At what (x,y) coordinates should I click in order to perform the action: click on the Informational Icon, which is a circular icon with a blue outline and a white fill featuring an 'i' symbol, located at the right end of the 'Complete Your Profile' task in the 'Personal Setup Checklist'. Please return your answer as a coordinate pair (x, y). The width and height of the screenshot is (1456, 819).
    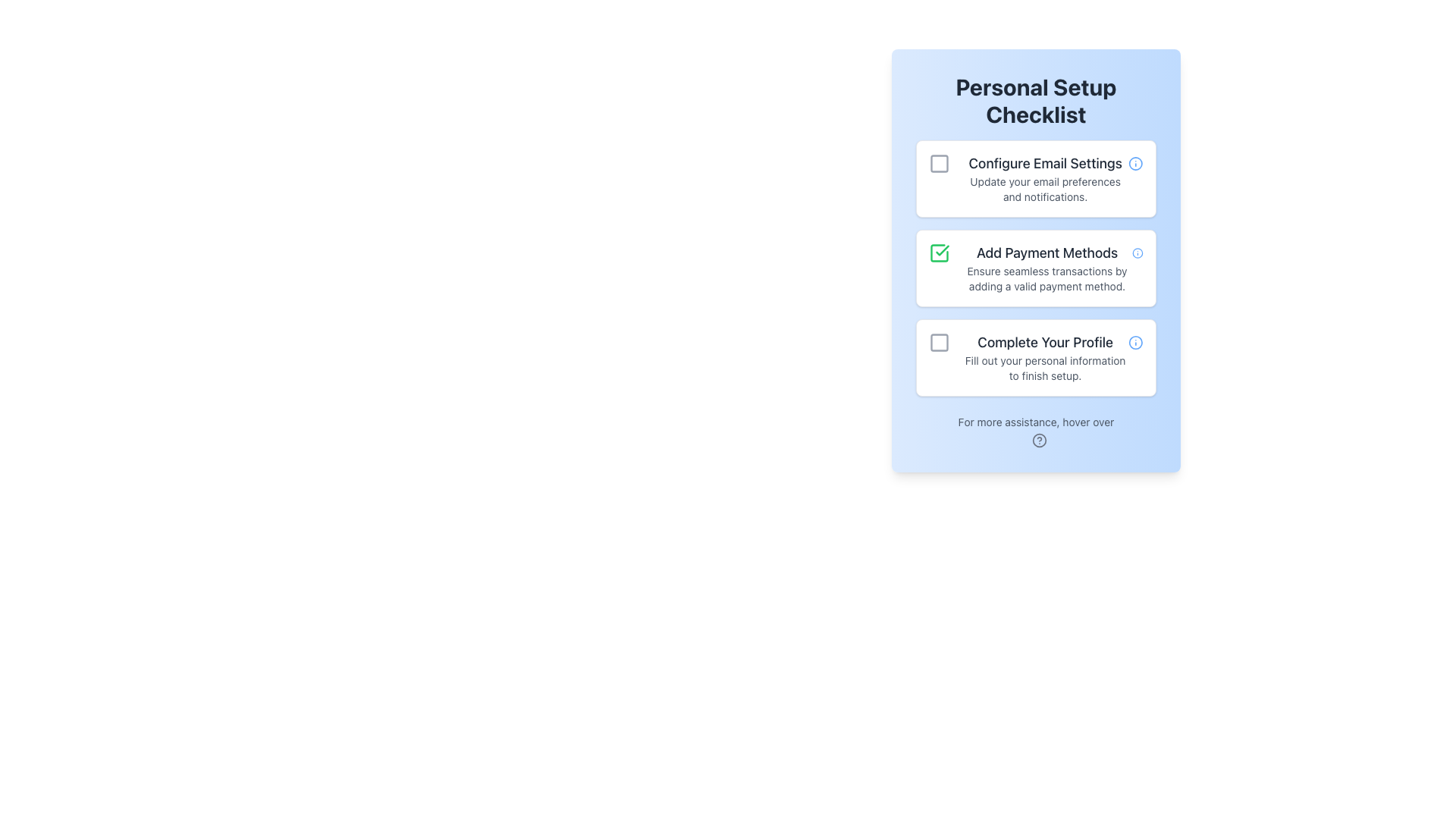
    Looking at the image, I should click on (1136, 342).